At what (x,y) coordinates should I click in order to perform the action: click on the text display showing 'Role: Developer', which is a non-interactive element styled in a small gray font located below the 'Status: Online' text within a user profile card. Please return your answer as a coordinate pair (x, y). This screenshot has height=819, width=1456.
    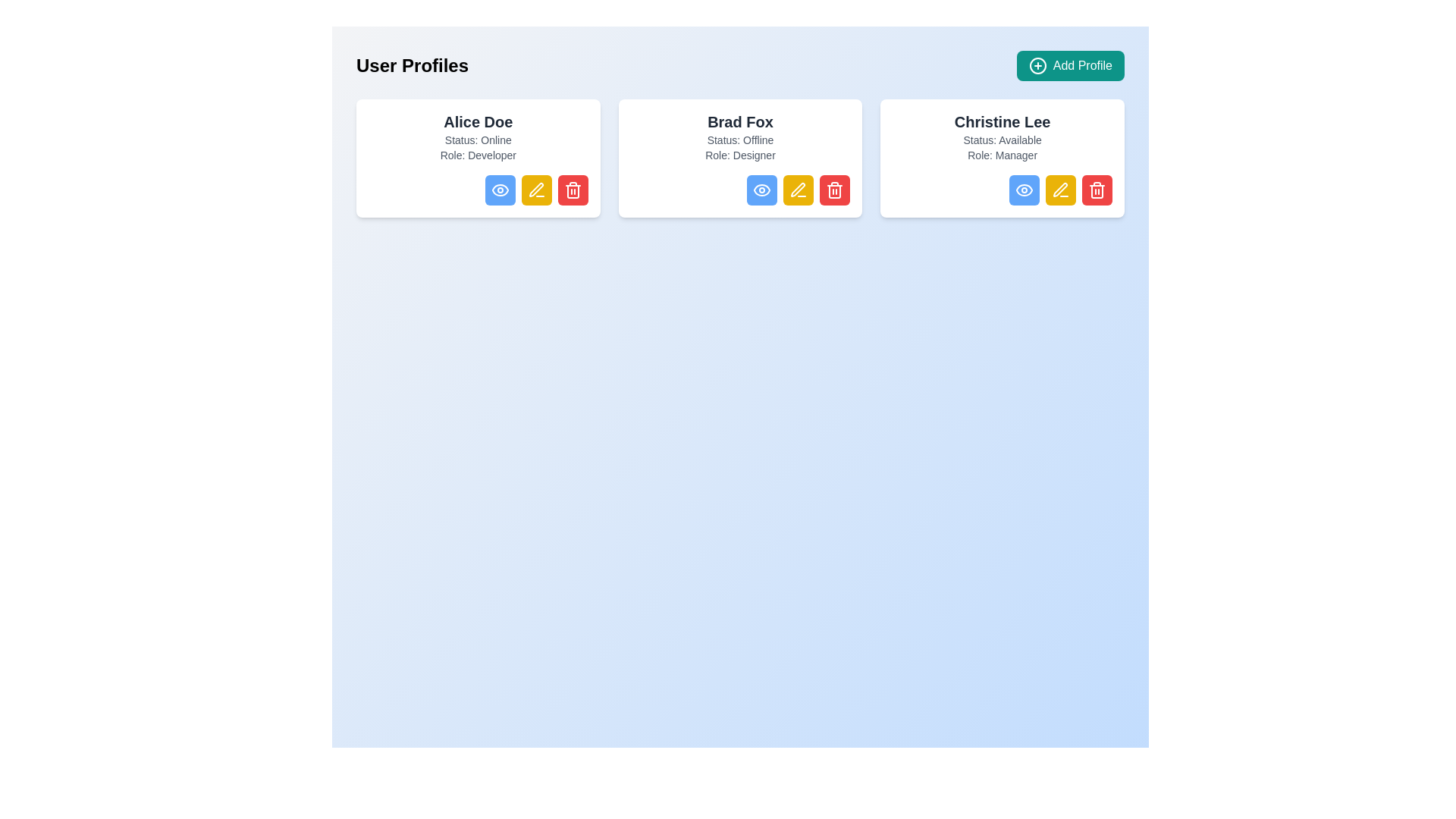
    Looking at the image, I should click on (477, 155).